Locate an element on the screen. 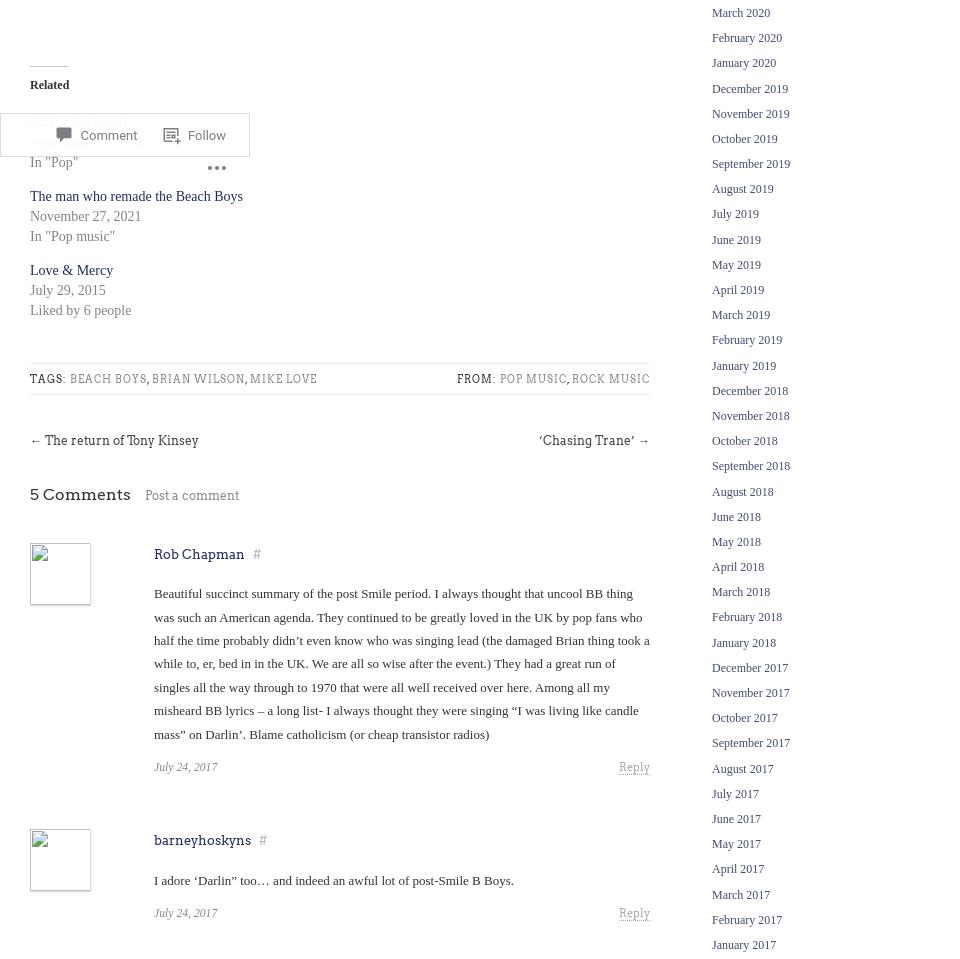  'November 2018' is located at coordinates (712, 413).